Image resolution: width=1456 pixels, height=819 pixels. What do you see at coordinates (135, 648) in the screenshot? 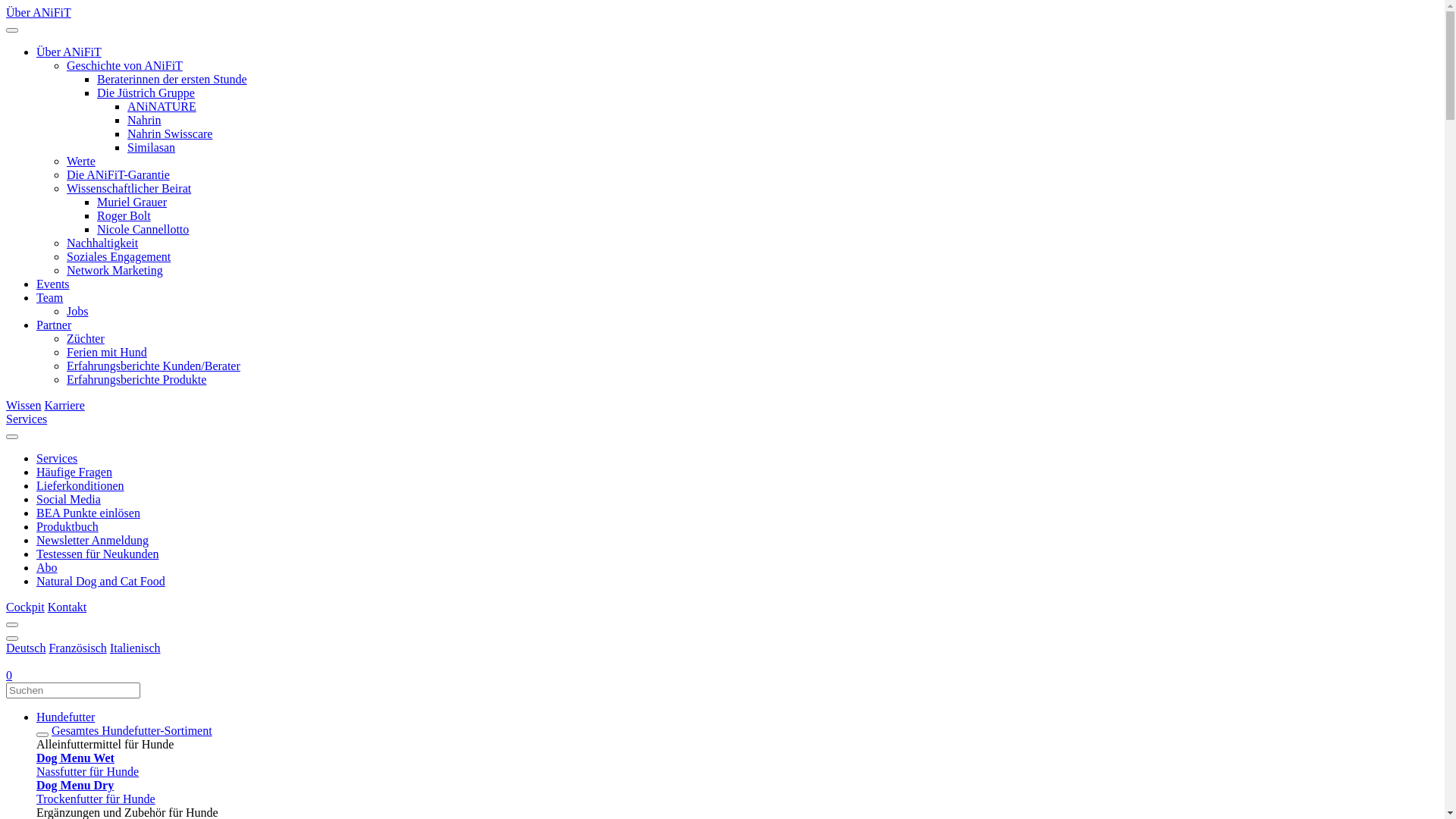
I see `'Italienisch'` at bounding box center [135, 648].